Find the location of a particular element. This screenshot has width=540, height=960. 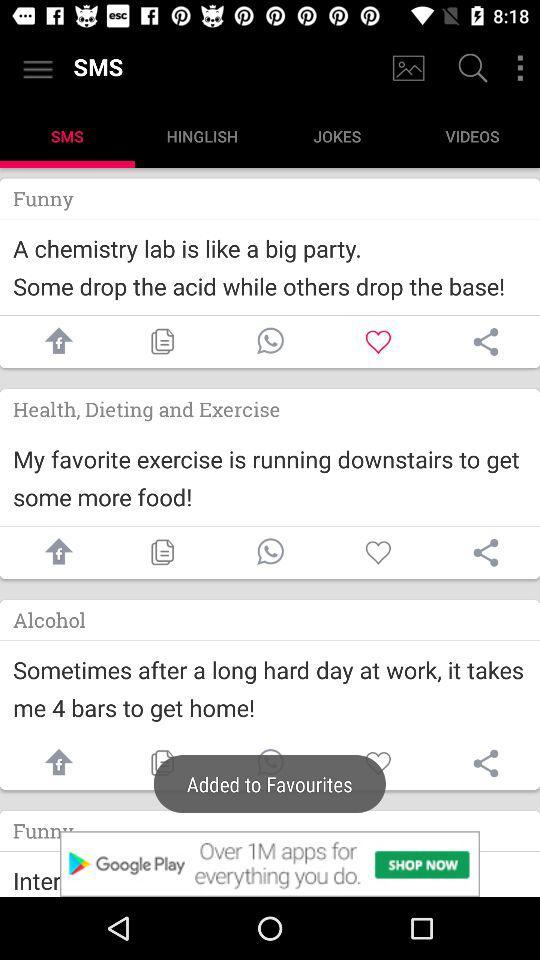

make a call is located at coordinates (270, 341).